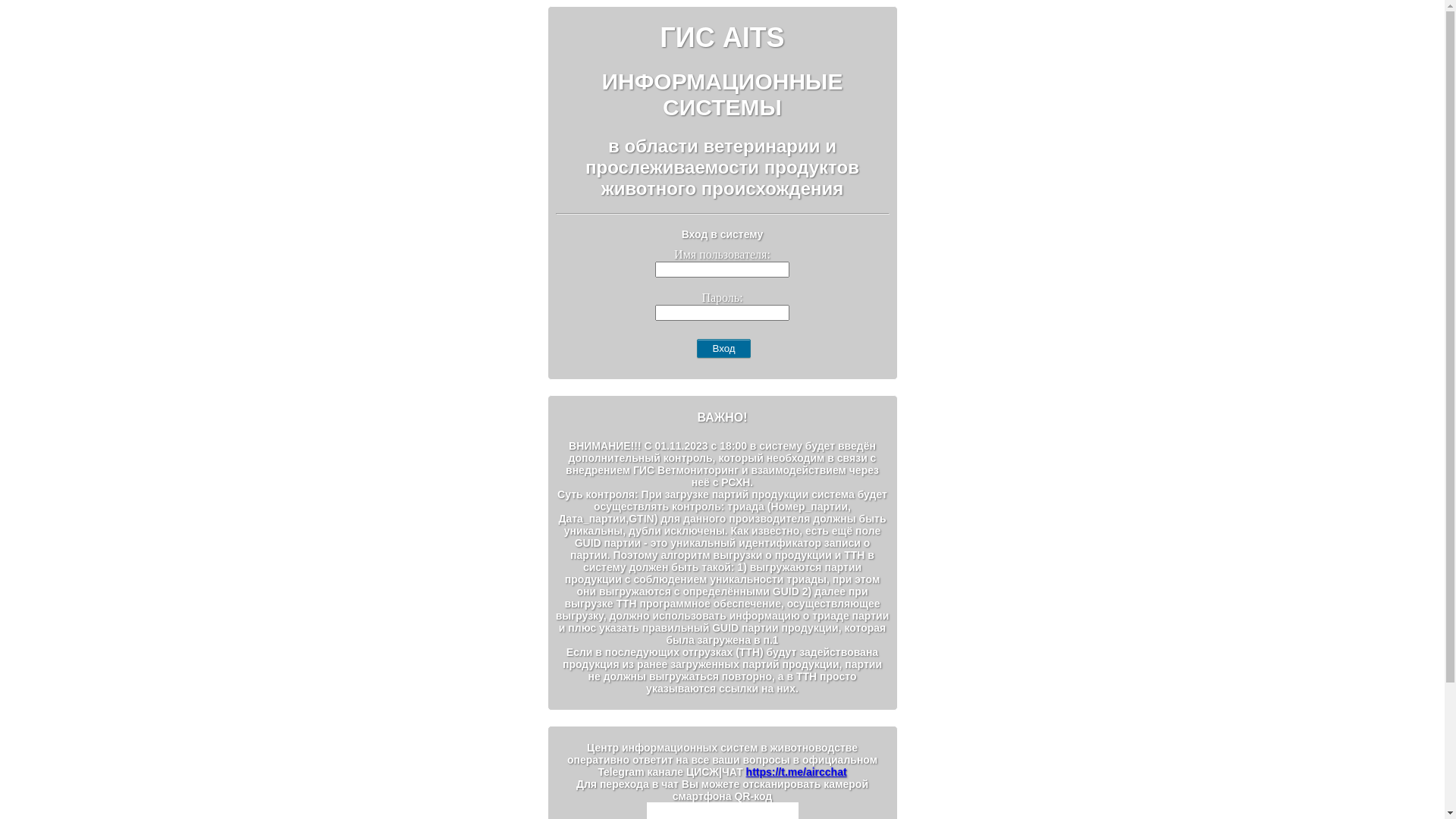  What do you see at coordinates (795, 772) in the screenshot?
I see `'https://t.me/aircchat'` at bounding box center [795, 772].